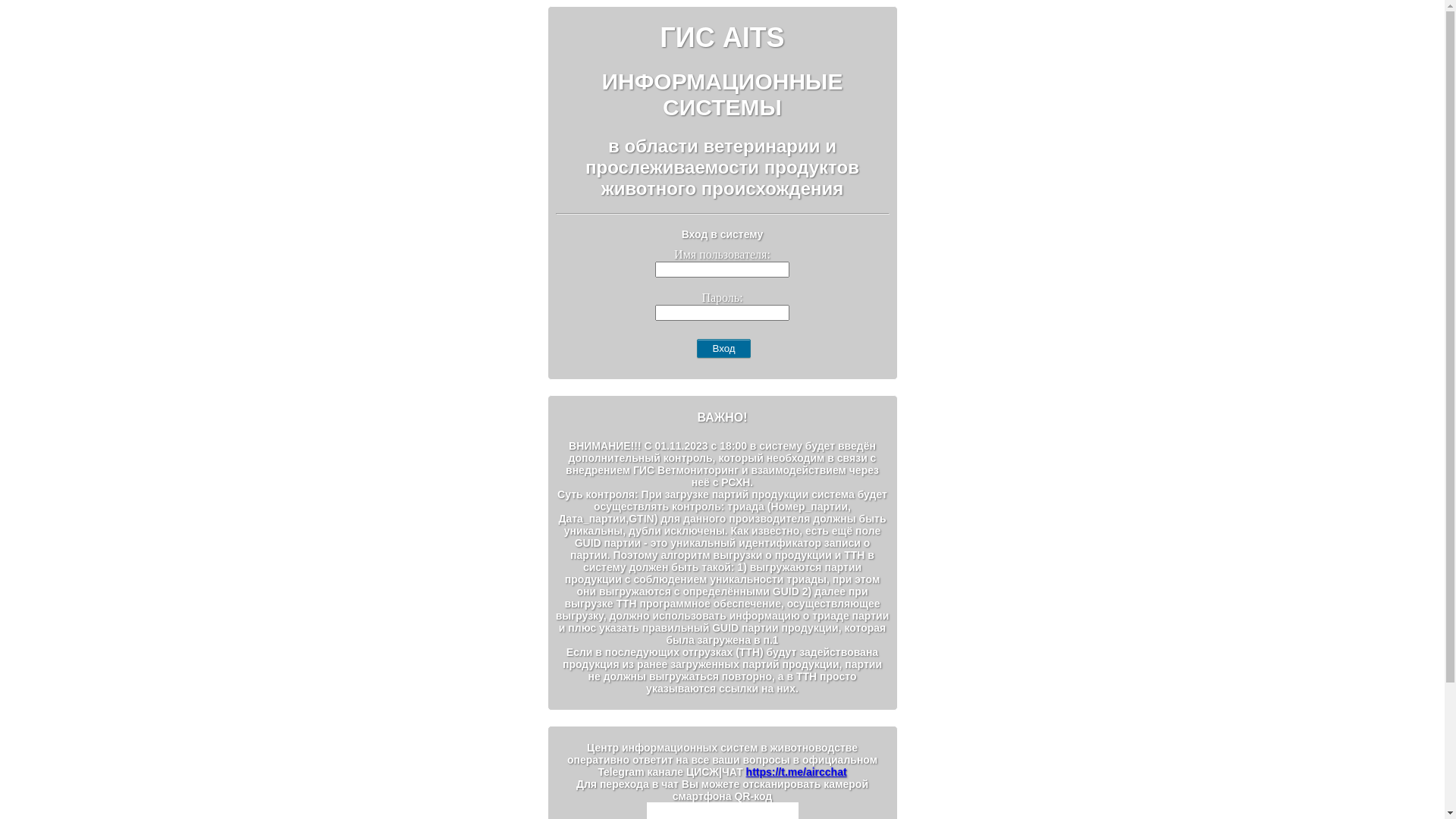  What do you see at coordinates (795, 772) in the screenshot?
I see `'https://t.me/aircchat'` at bounding box center [795, 772].